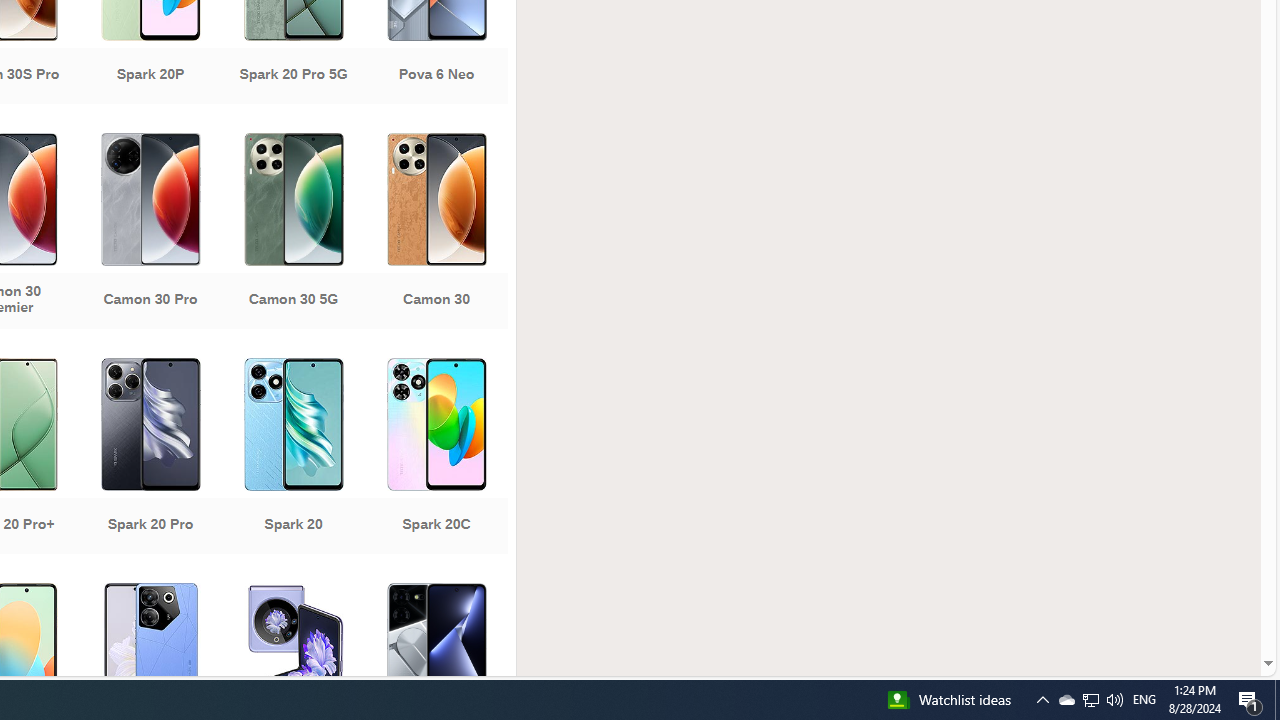  I want to click on 'Camon 30 Pro', so click(149, 232).